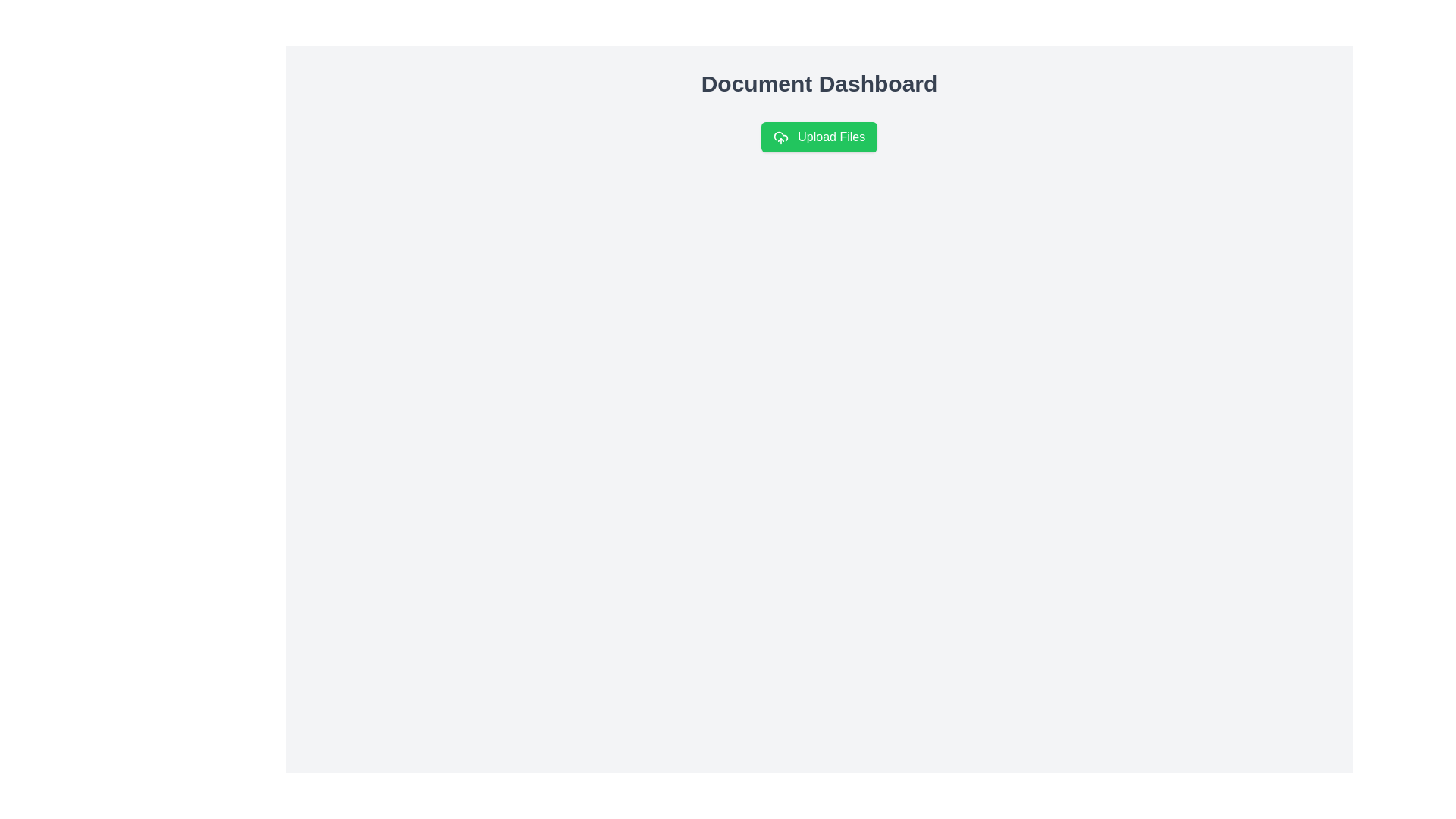  Describe the element at coordinates (780, 137) in the screenshot. I see `the cloud-shaped icon with an upward arrow located to the left of the green 'Upload Files' button` at that location.